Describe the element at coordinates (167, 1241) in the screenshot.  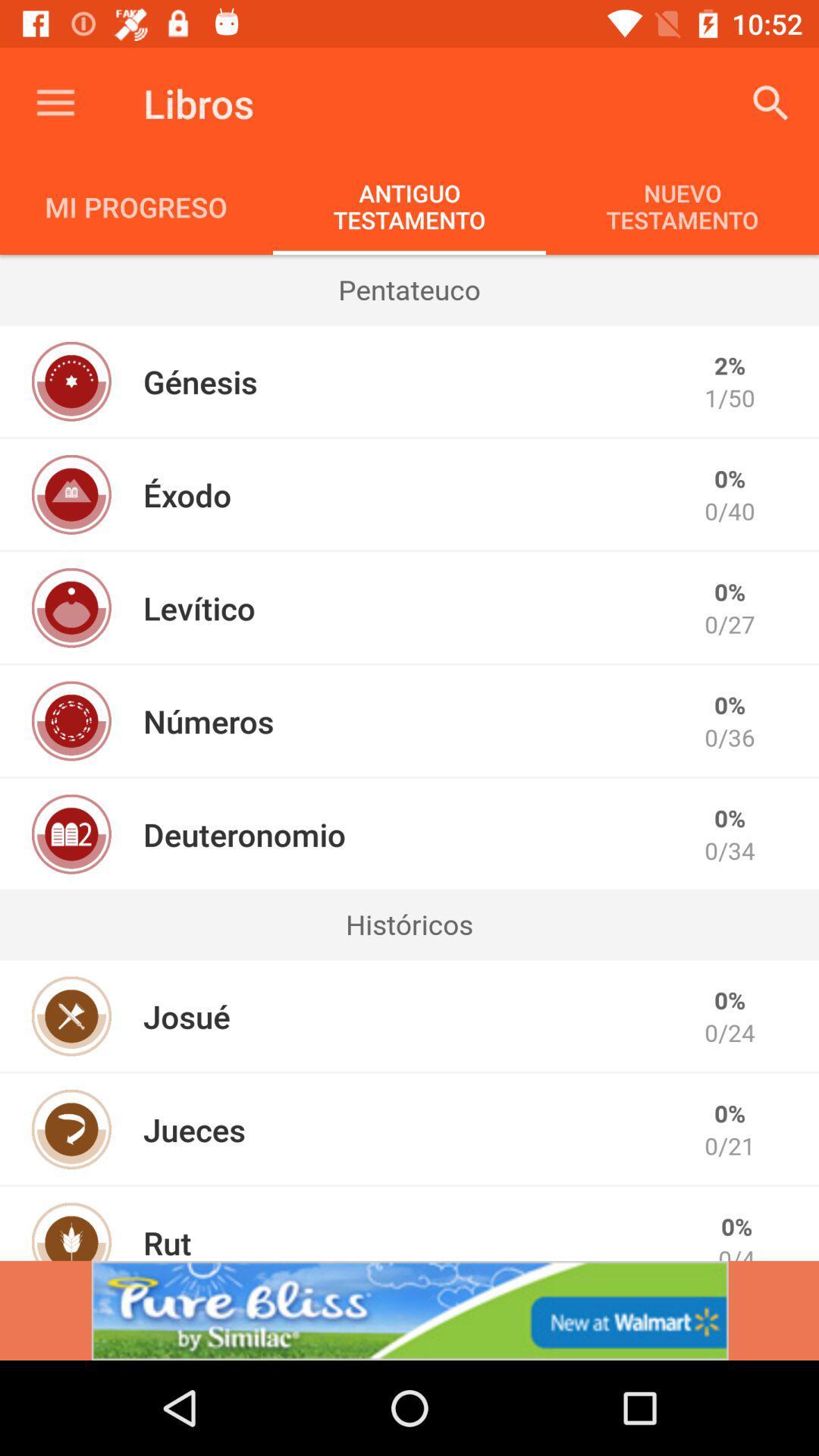
I see `icon next to the 0/4` at that location.